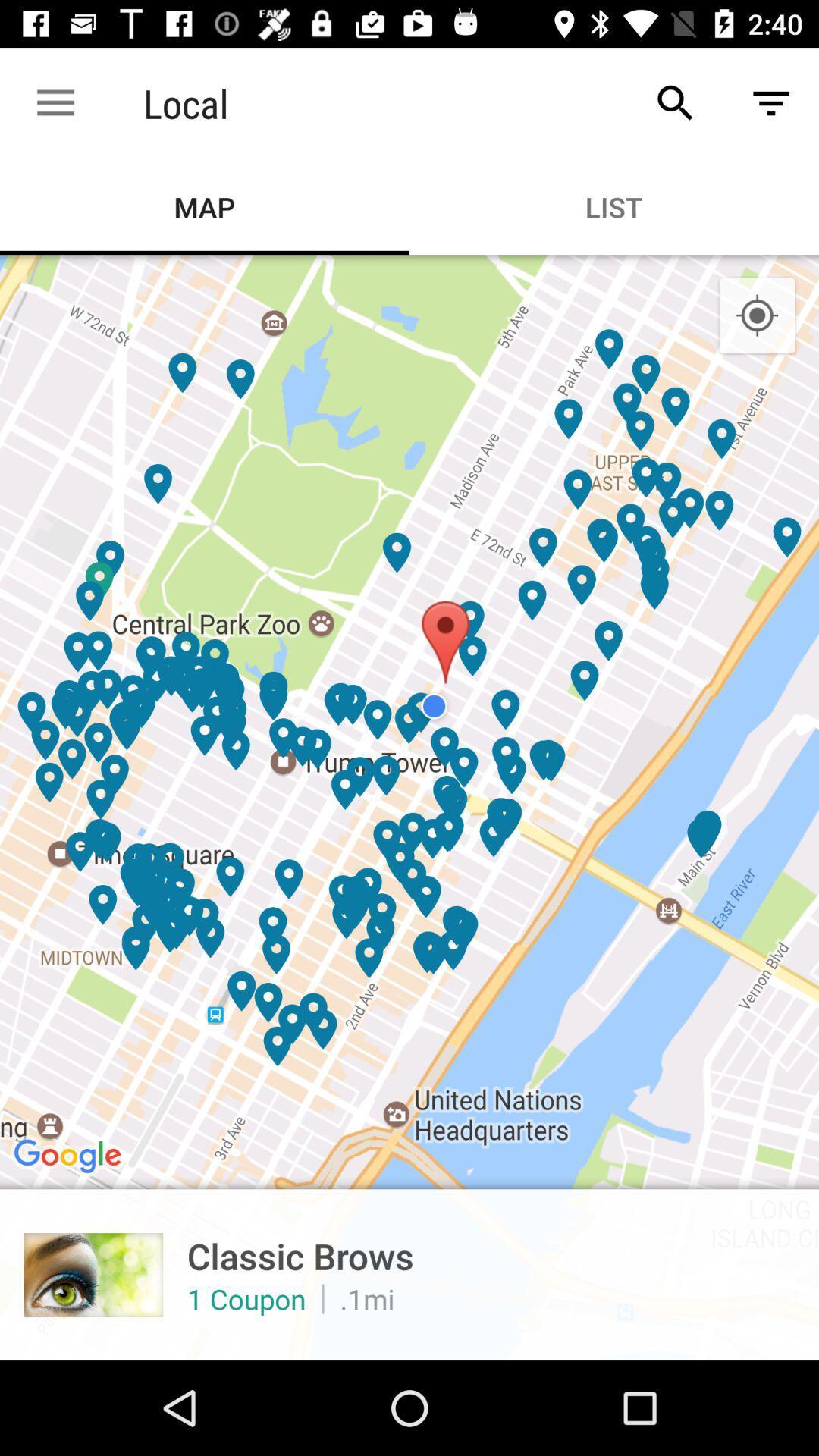 The width and height of the screenshot is (819, 1456). I want to click on item to the left of local, so click(55, 102).